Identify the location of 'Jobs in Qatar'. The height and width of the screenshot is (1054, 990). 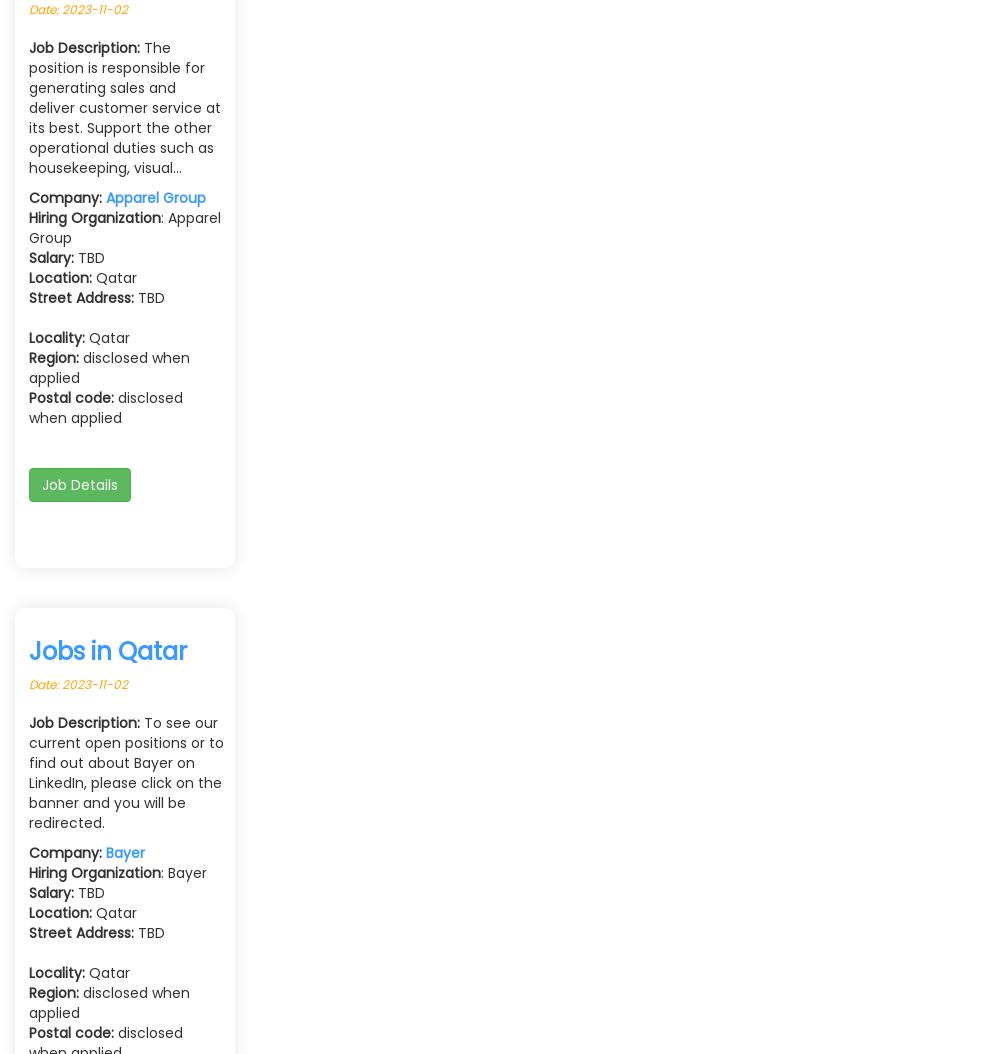
(107, 651).